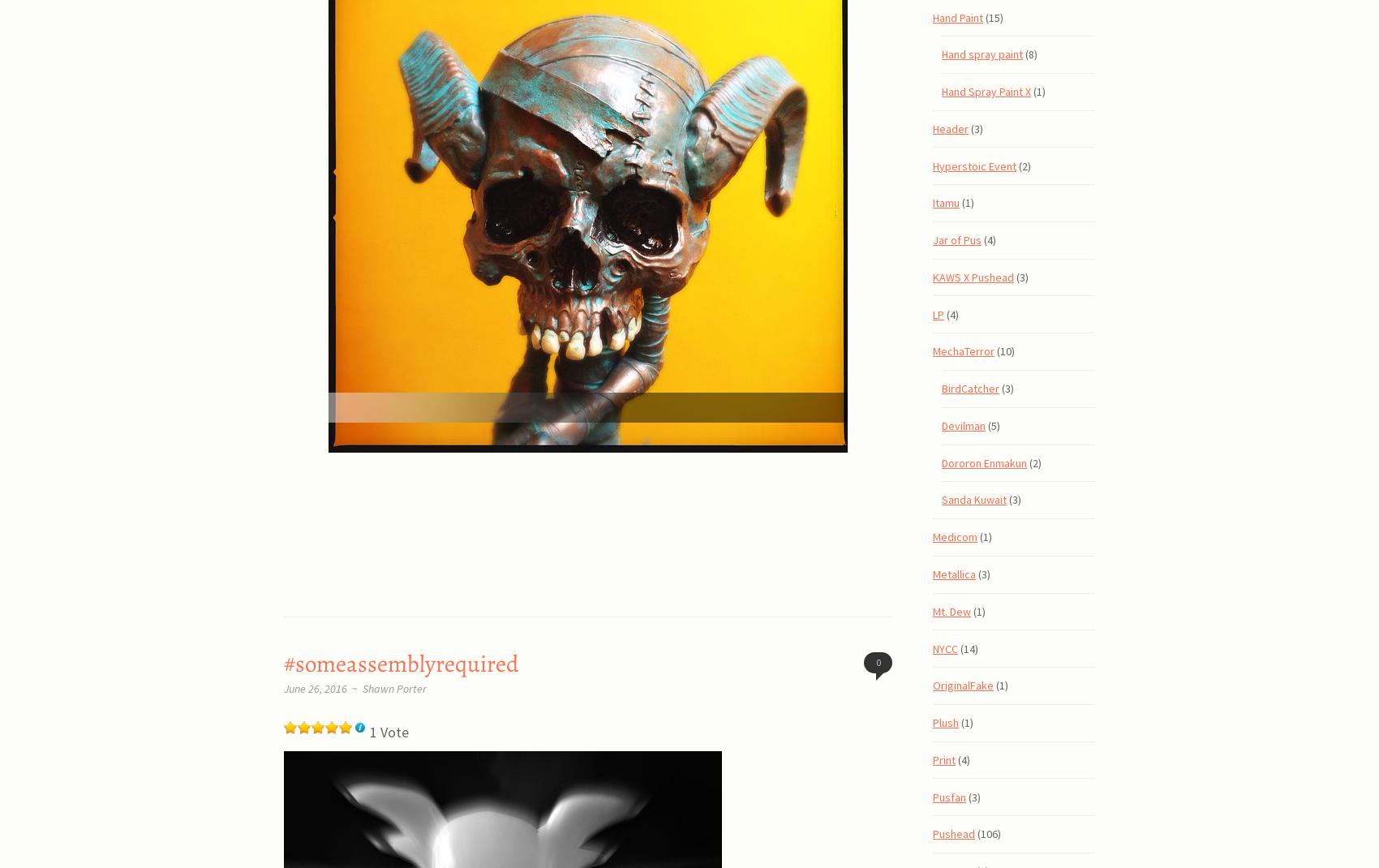  Describe the element at coordinates (355, 687) in the screenshot. I see `'~'` at that location.